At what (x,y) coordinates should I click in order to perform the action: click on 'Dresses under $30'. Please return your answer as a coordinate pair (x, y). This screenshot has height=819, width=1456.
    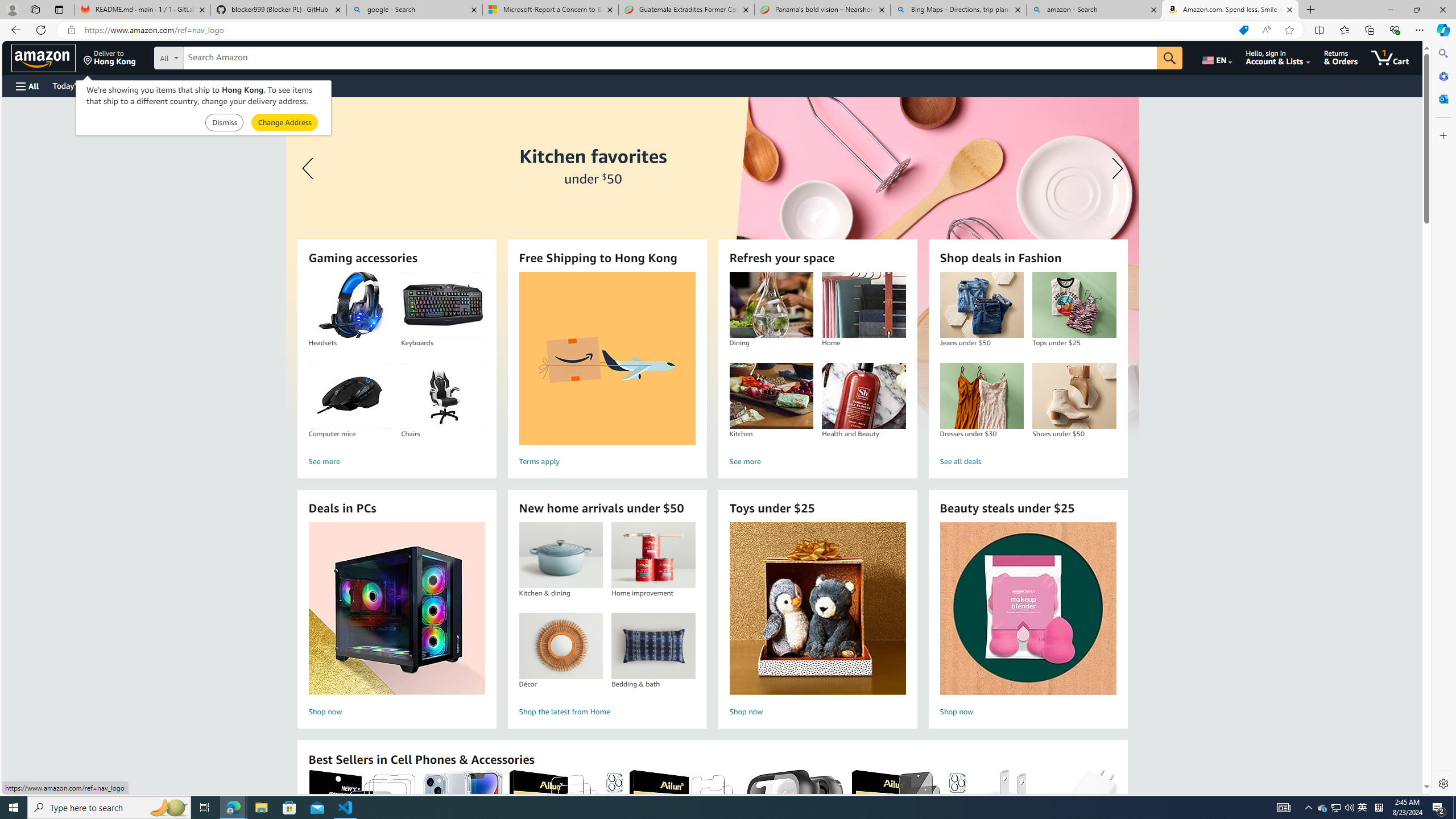
    Looking at the image, I should click on (981, 396).